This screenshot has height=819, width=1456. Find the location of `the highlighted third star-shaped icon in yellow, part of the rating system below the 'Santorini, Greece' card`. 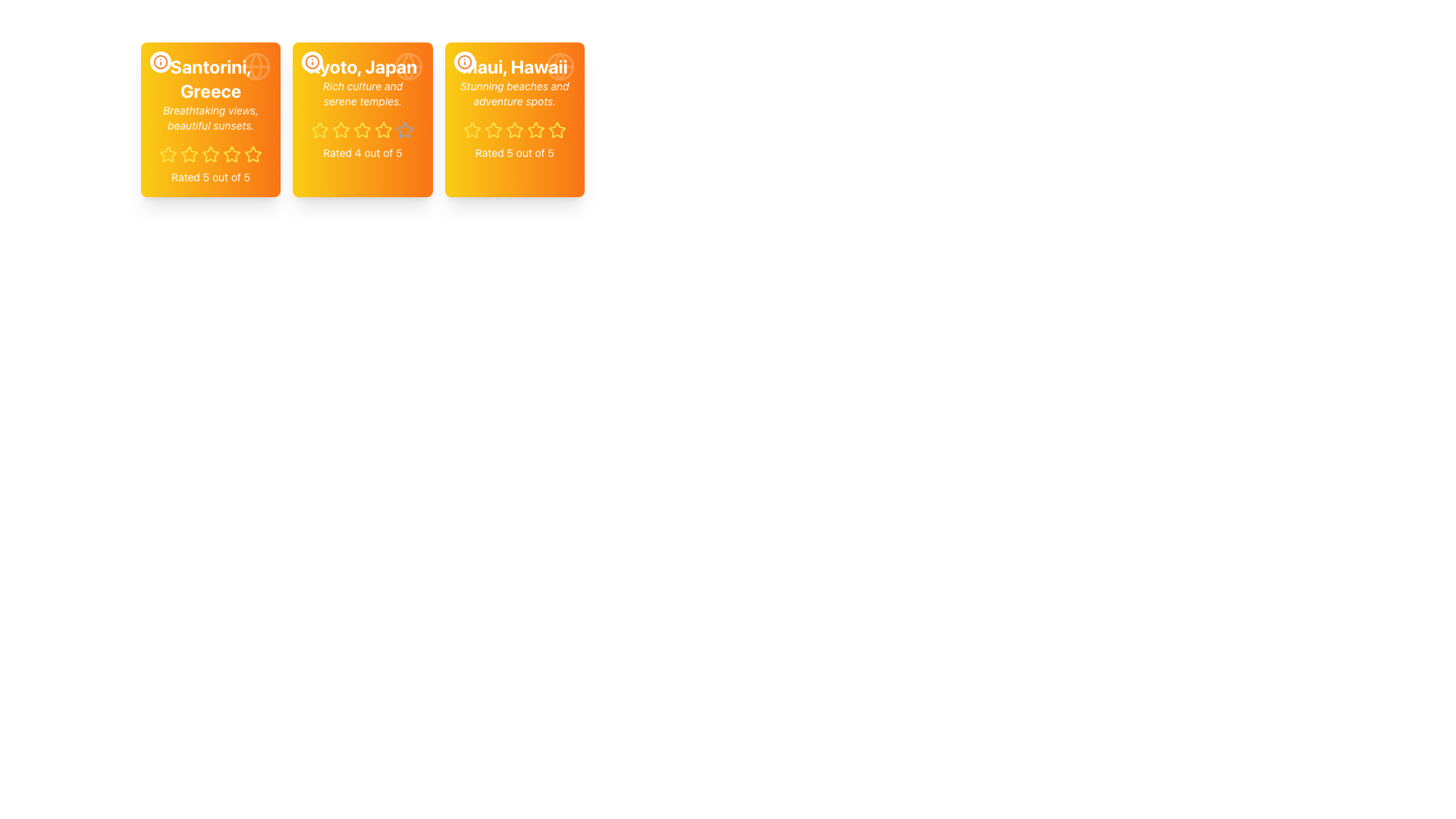

the highlighted third star-shaped icon in yellow, part of the rating system below the 'Santorini, Greece' card is located at coordinates (189, 155).